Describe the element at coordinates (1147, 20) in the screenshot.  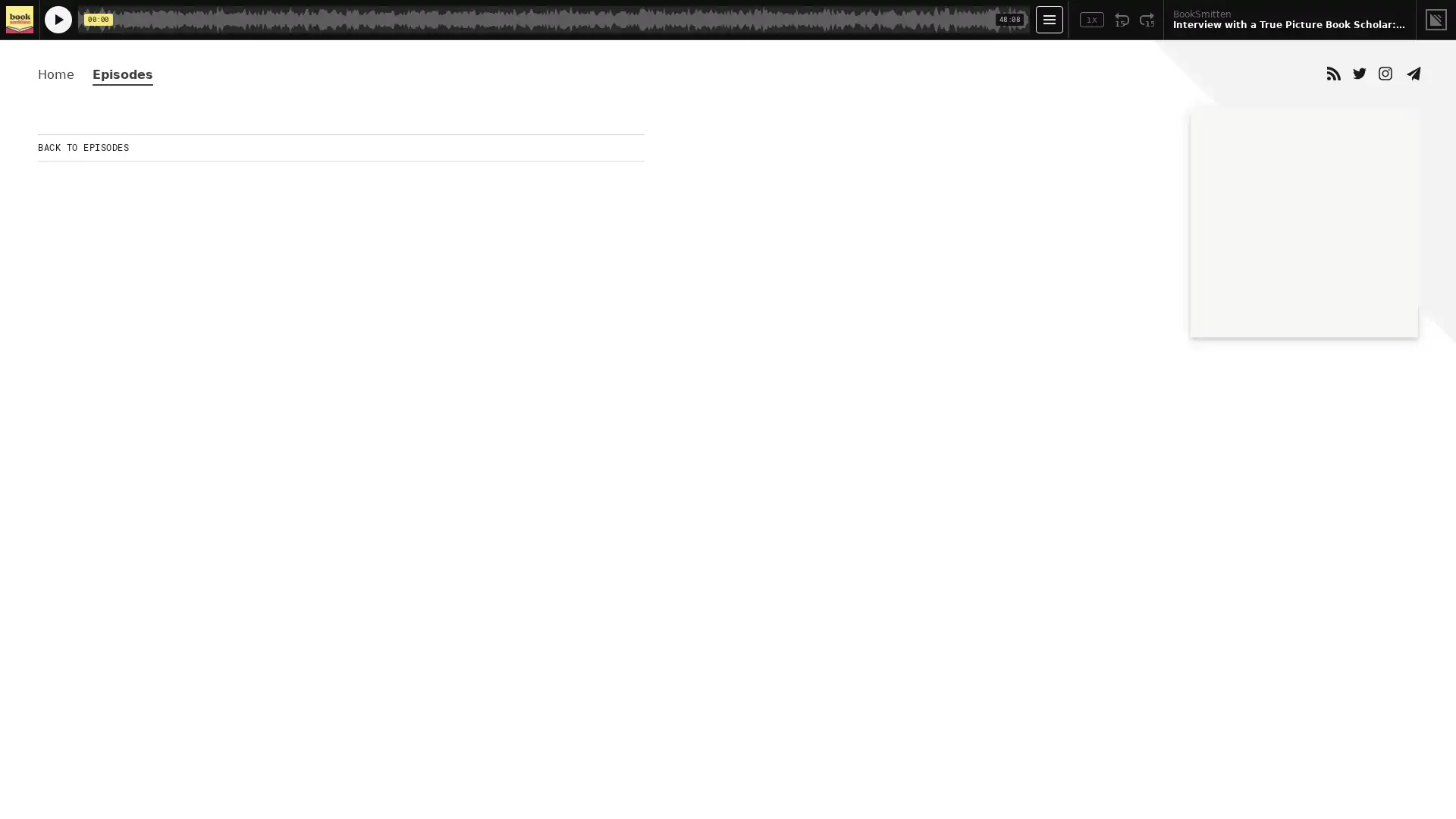
I see `Fast Forward 15 Seconds` at that location.